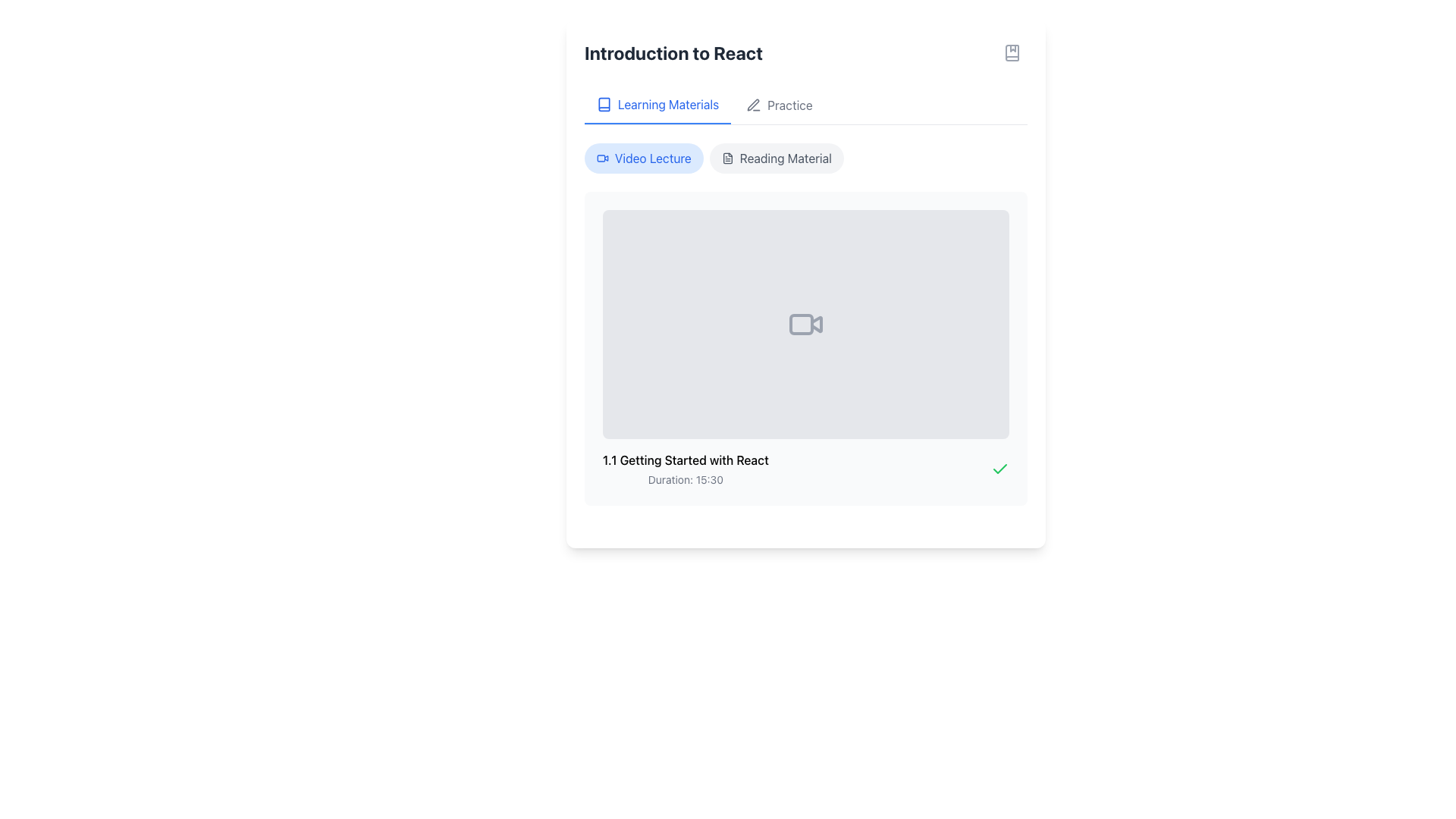 This screenshot has width=1456, height=819. Describe the element at coordinates (1012, 52) in the screenshot. I see `the gray bookmarked book icon located in the top-right corner of the main content card interface` at that location.